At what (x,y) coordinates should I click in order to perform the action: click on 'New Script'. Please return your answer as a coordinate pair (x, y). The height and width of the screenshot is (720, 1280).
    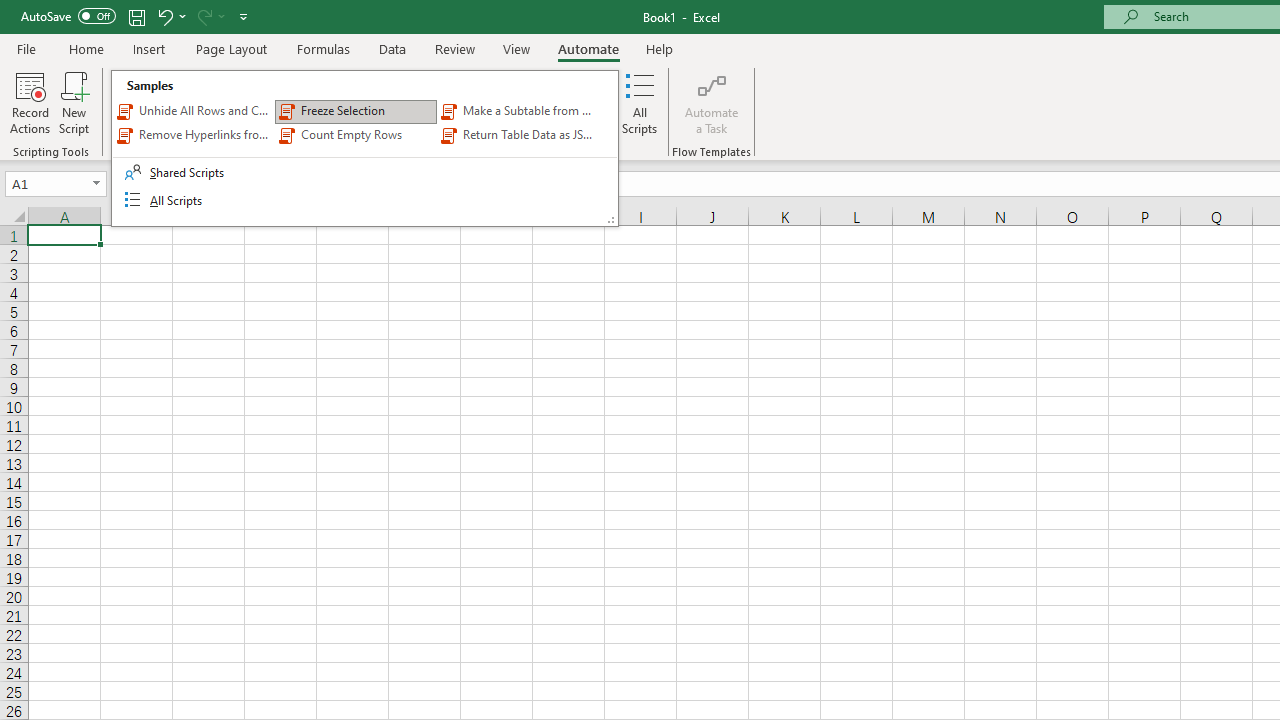
    Looking at the image, I should click on (73, 103).